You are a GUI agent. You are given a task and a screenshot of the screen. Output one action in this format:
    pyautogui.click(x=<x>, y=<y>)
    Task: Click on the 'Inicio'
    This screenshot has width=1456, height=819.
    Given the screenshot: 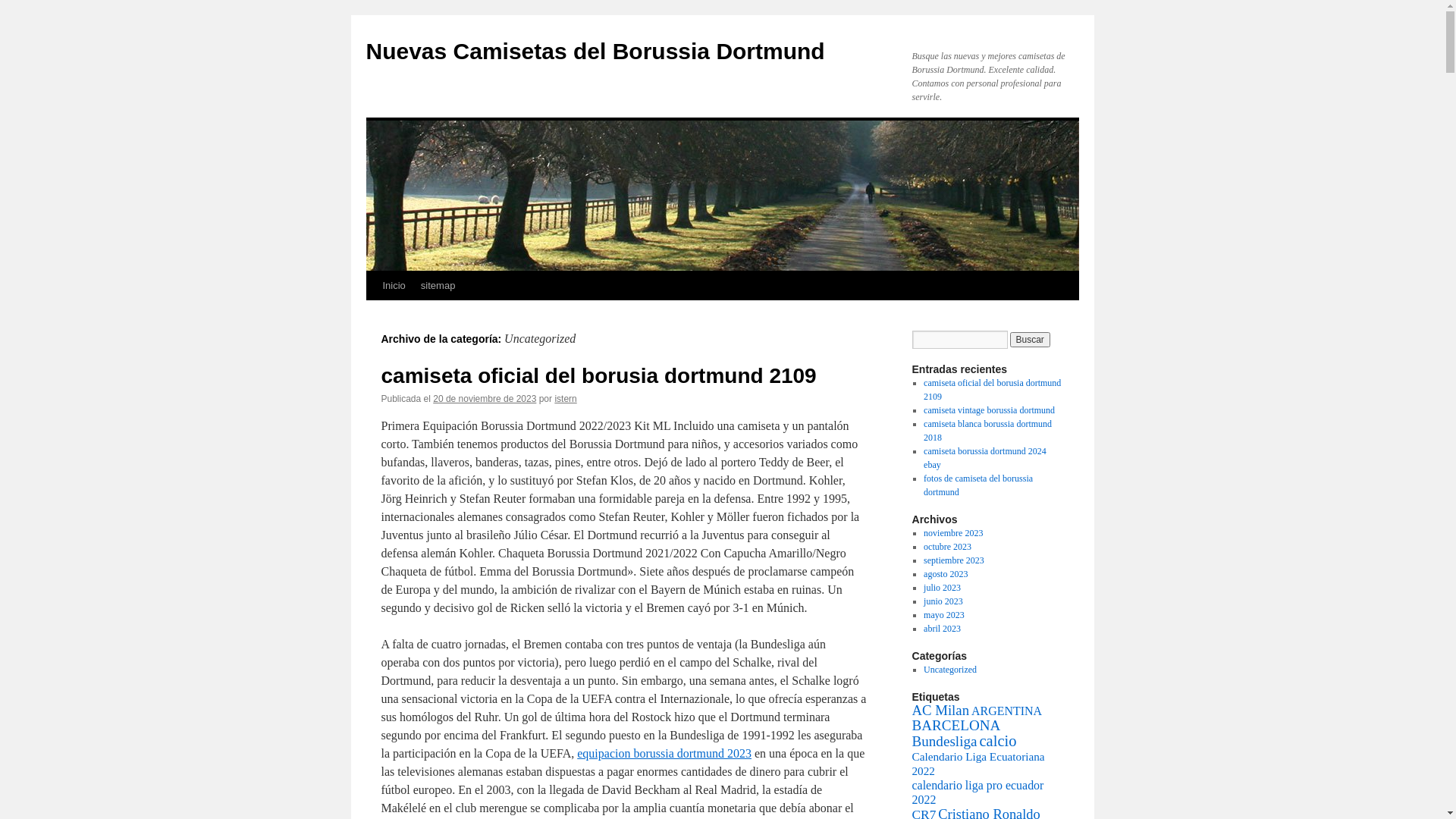 What is the action you would take?
    pyautogui.click(x=393, y=286)
    